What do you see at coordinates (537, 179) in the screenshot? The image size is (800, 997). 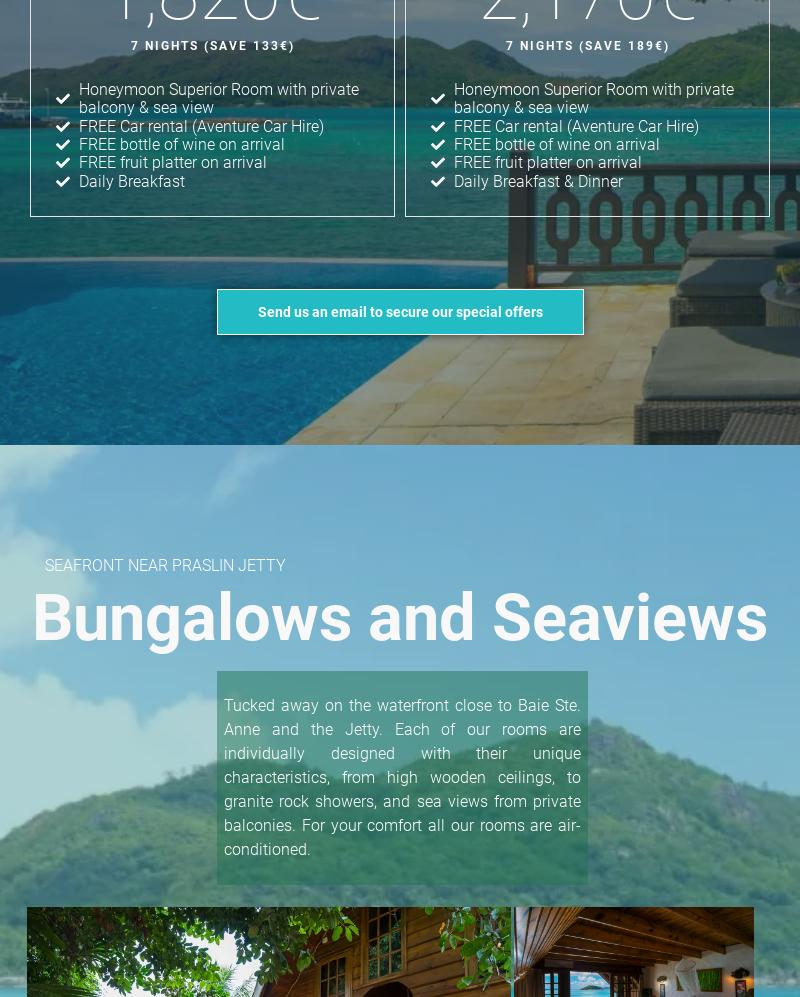 I see `'Daily Breakfast & Dinner'` at bounding box center [537, 179].